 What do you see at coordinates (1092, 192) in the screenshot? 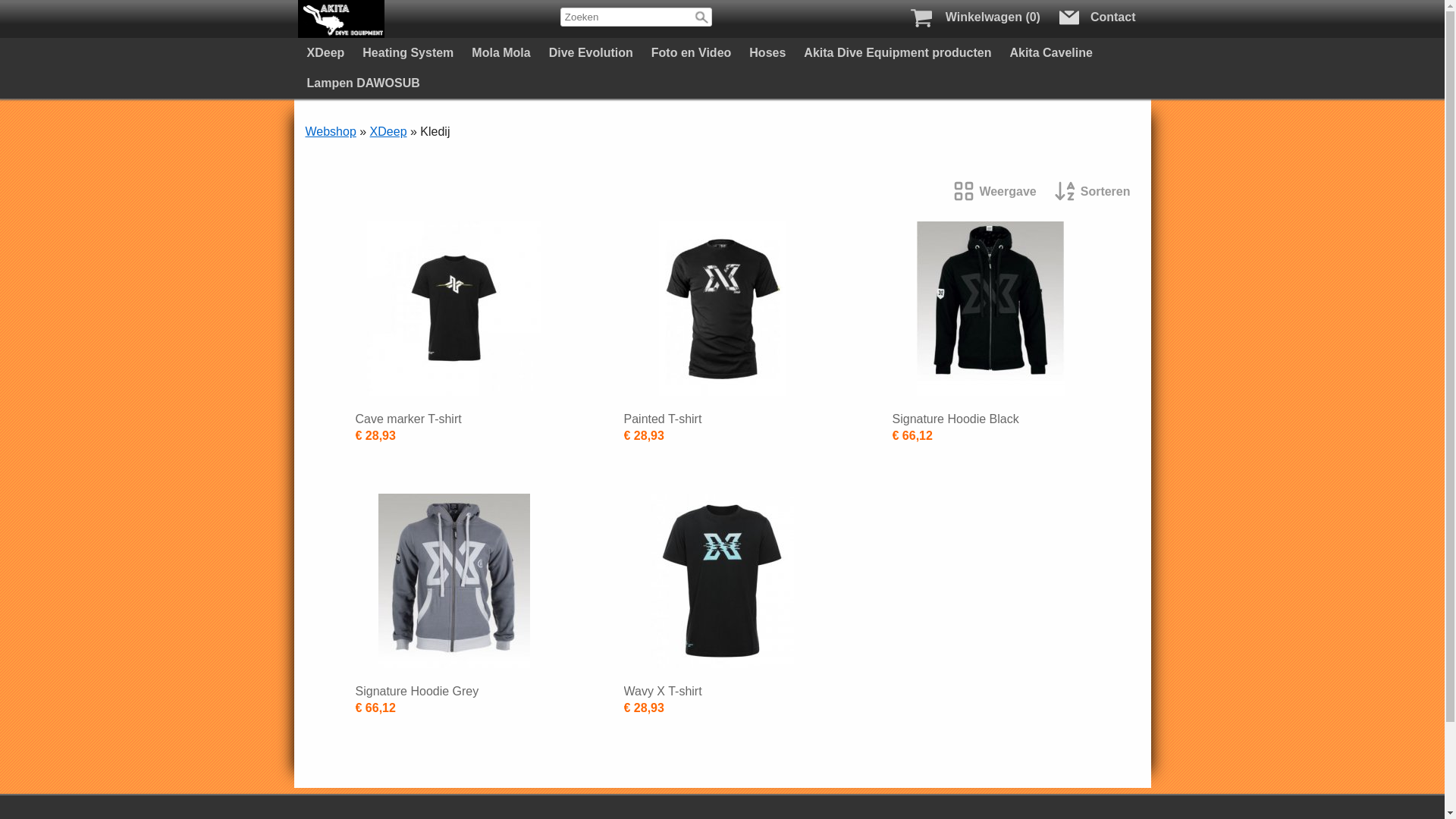
I see `'Sorteren'` at bounding box center [1092, 192].